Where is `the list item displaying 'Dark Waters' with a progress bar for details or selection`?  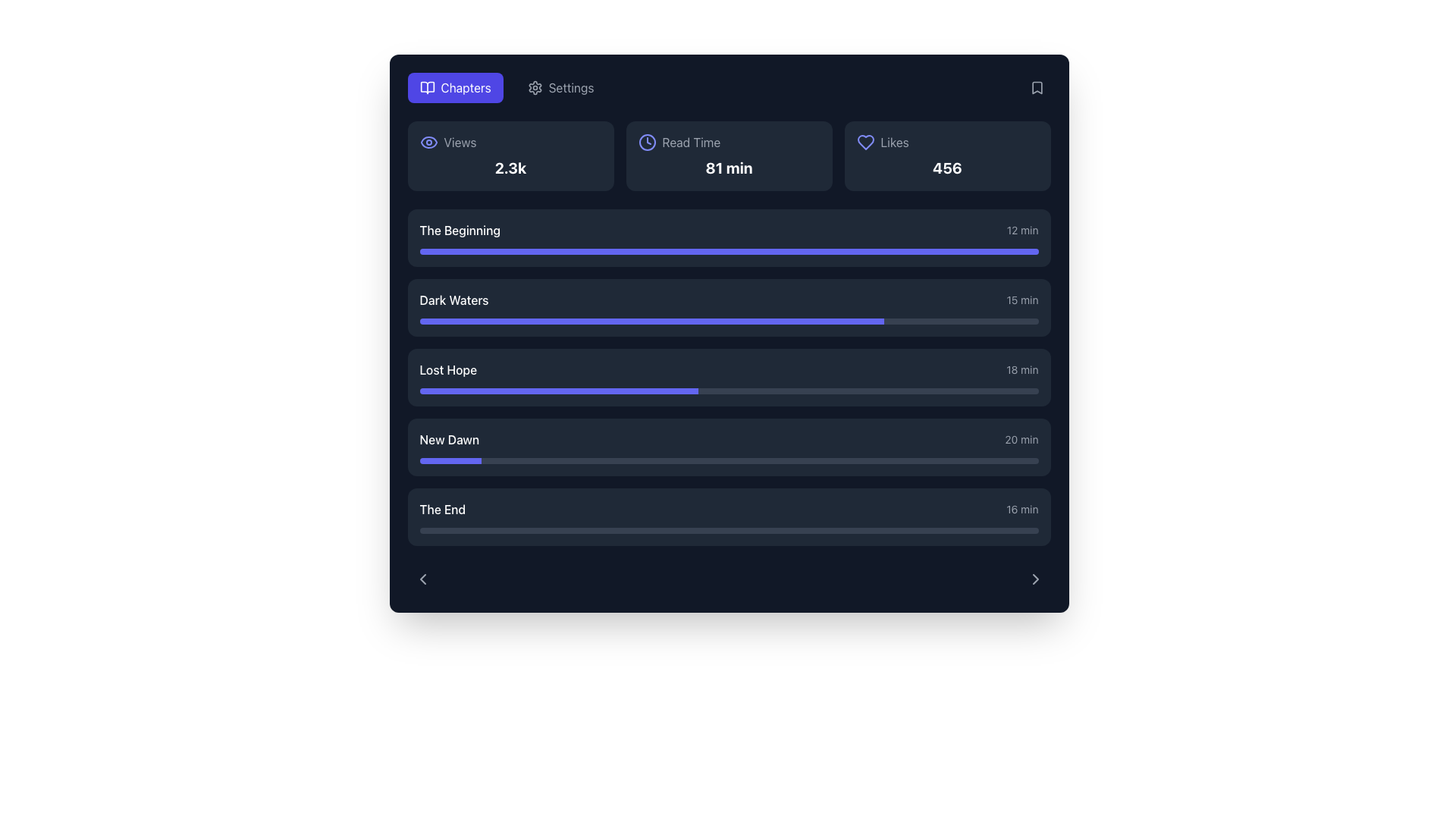
the list item displaying 'Dark Waters' with a progress bar for details or selection is located at coordinates (729, 307).